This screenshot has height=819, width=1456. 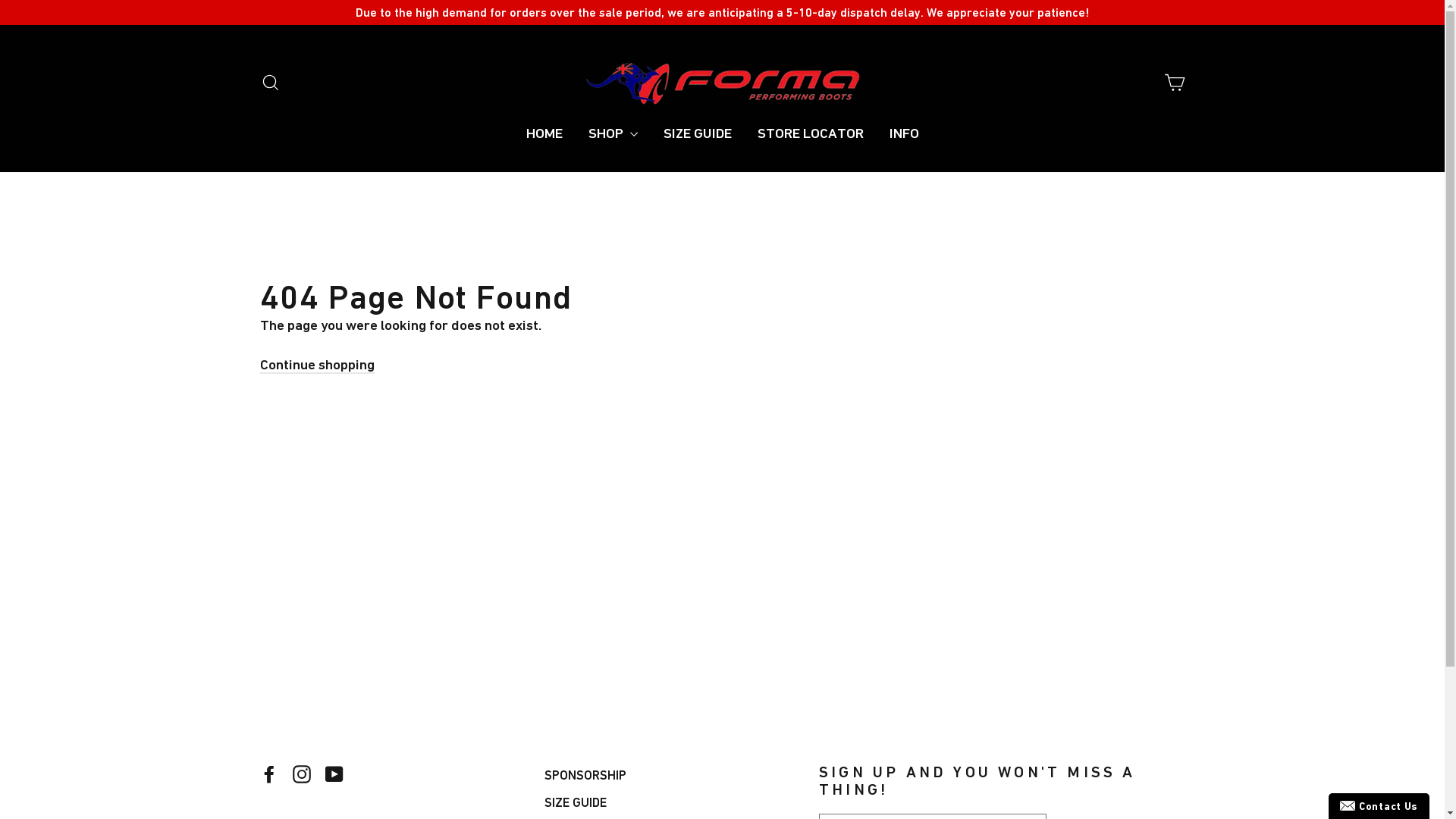 I want to click on 'HOME', so click(x=543, y=133).